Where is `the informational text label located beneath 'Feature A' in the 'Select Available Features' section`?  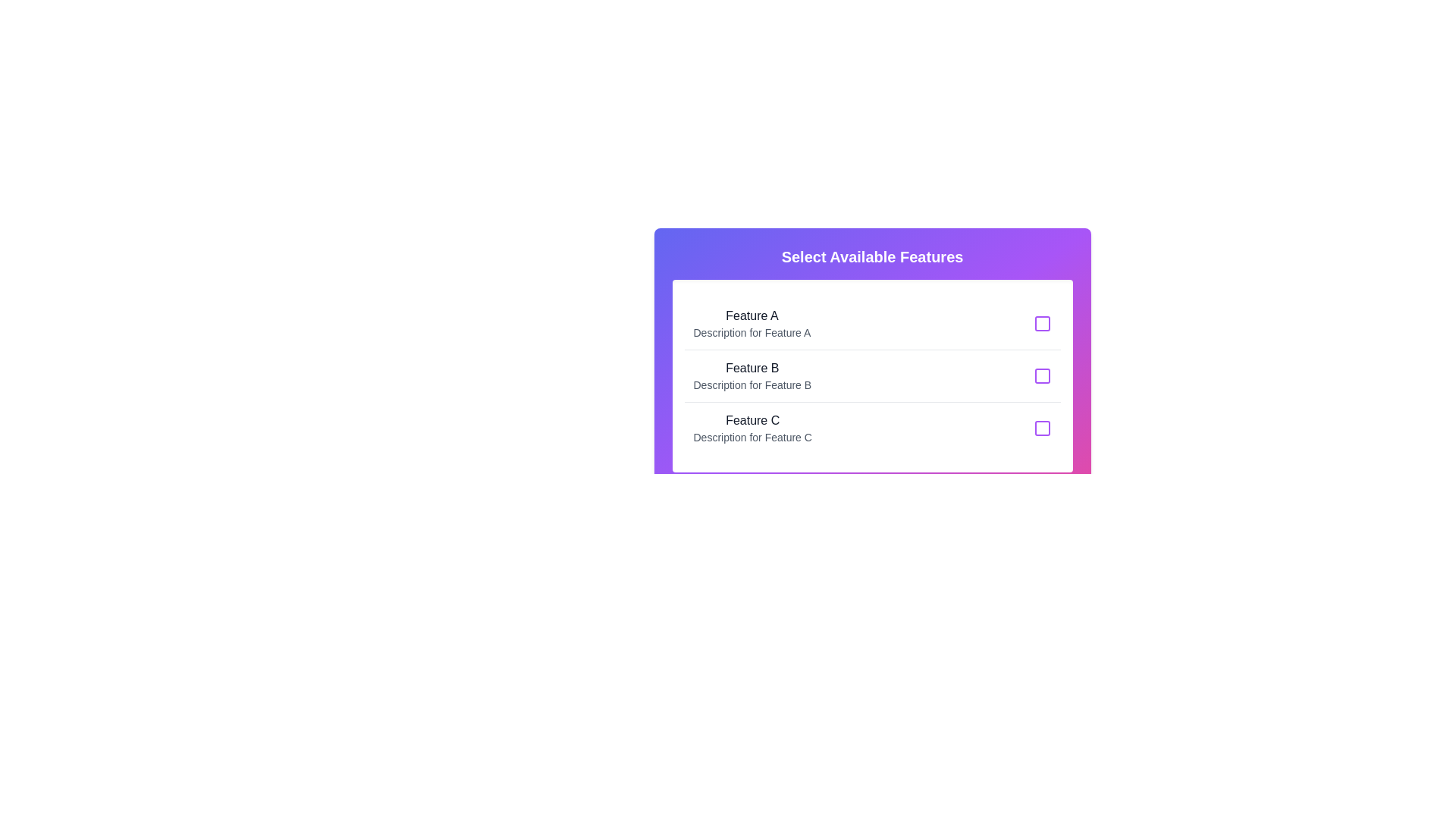
the informational text label located beneath 'Feature A' in the 'Select Available Features' section is located at coordinates (752, 332).